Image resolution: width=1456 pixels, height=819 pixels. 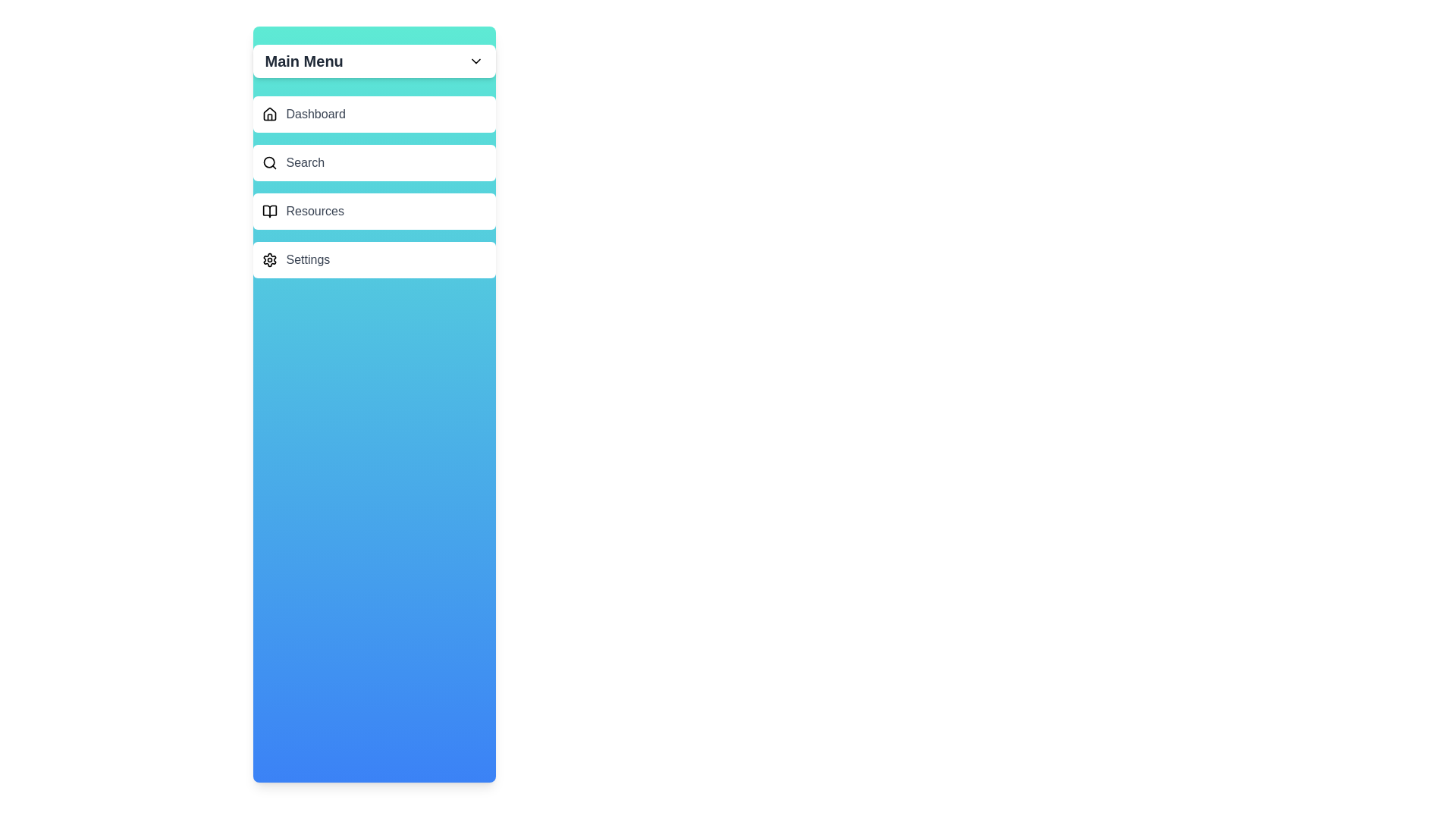 I want to click on the menu item Resources to highlight it, so click(x=374, y=211).